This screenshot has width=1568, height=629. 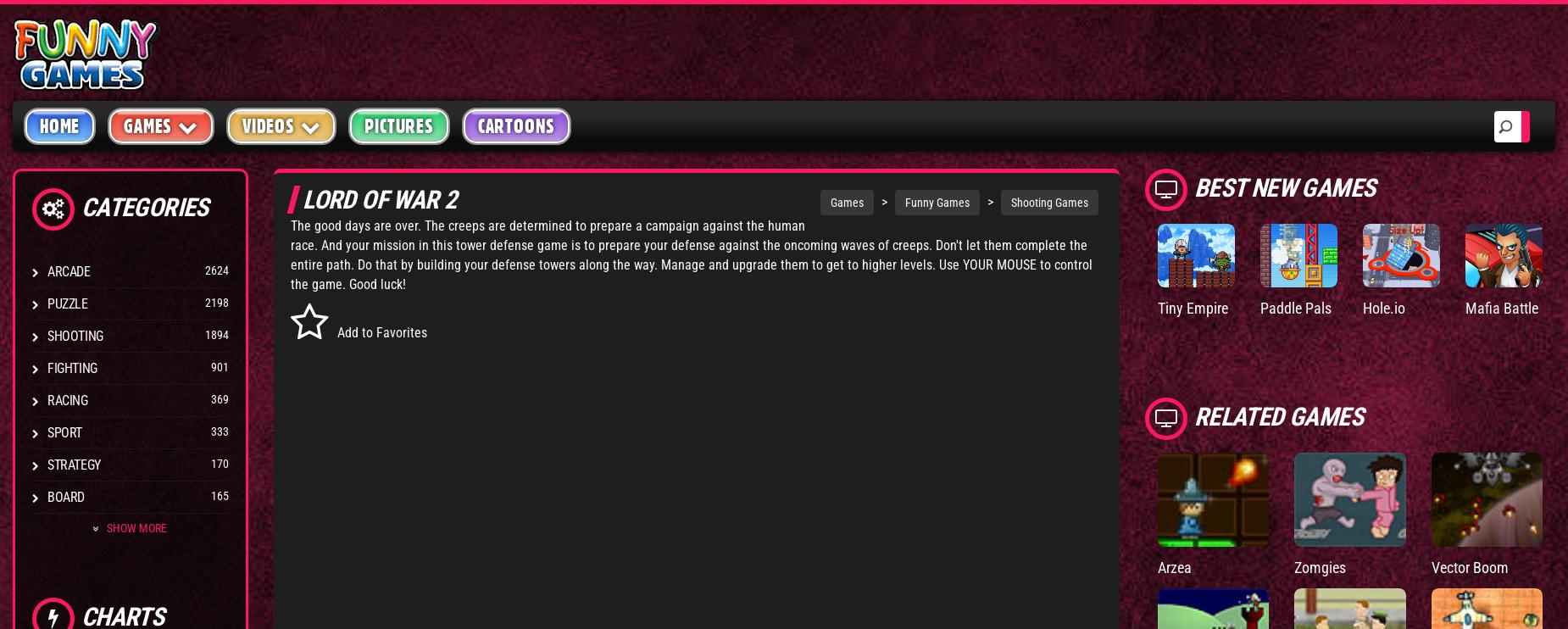 What do you see at coordinates (1363, 308) in the screenshot?
I see `'Hole.io'` at bounding box center [1363, 308].